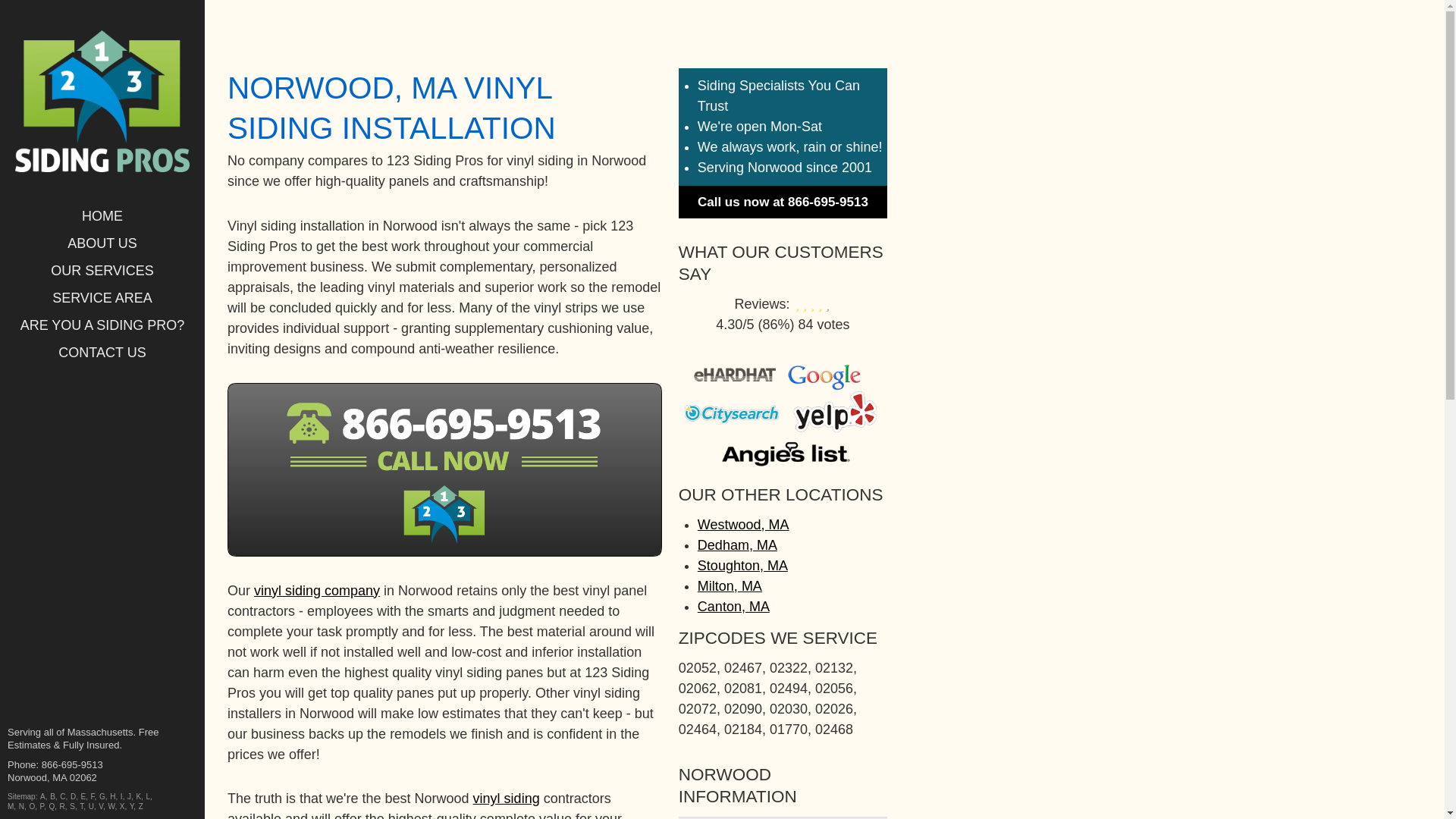 The width and height of the screenshot is (1456, 819). What do you see at coordinates (101, 795) in the screenshot?
I see `'G'` at bounding box center [101, 795].